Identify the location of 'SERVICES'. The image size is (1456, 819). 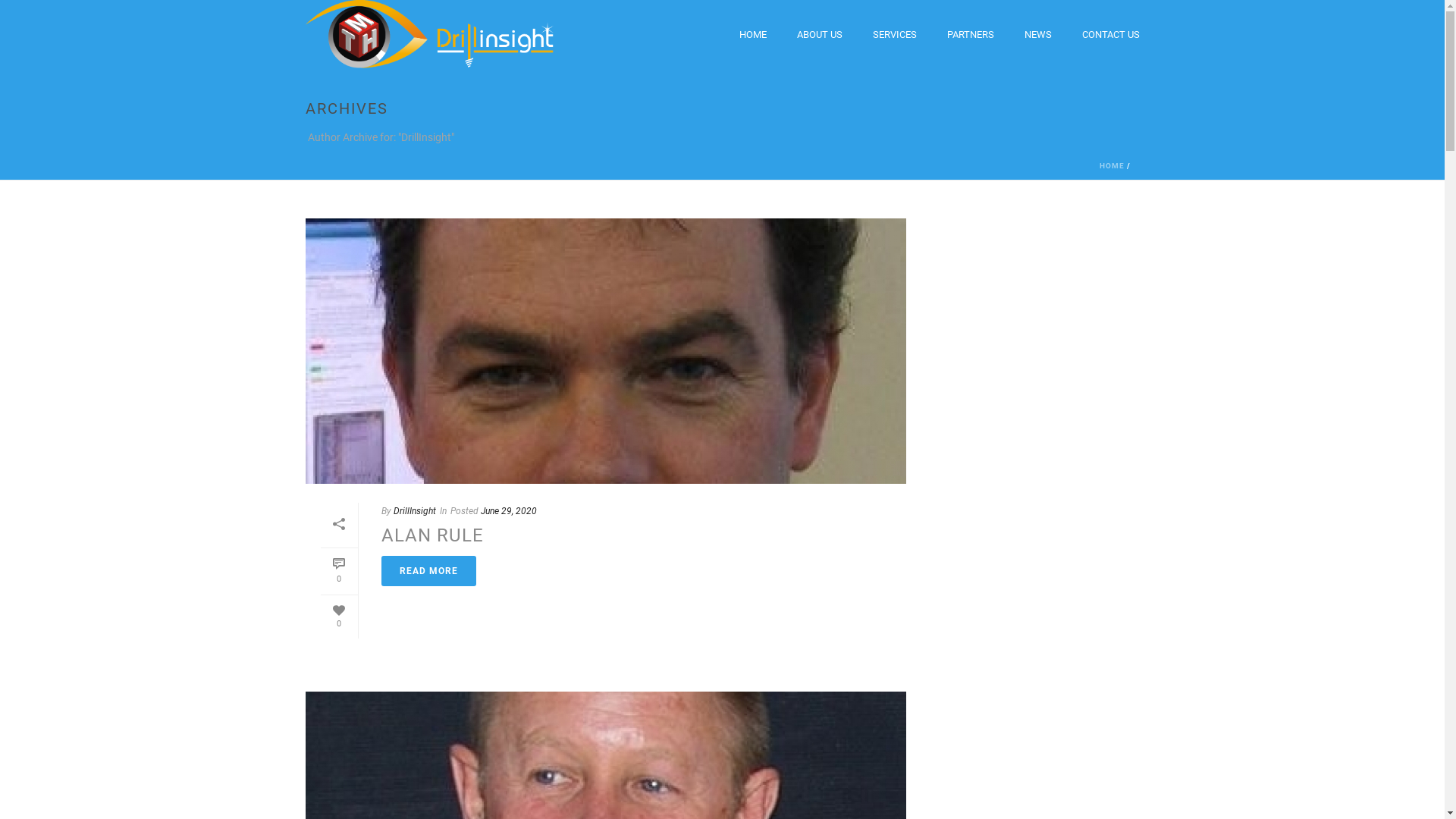
(856, 34).